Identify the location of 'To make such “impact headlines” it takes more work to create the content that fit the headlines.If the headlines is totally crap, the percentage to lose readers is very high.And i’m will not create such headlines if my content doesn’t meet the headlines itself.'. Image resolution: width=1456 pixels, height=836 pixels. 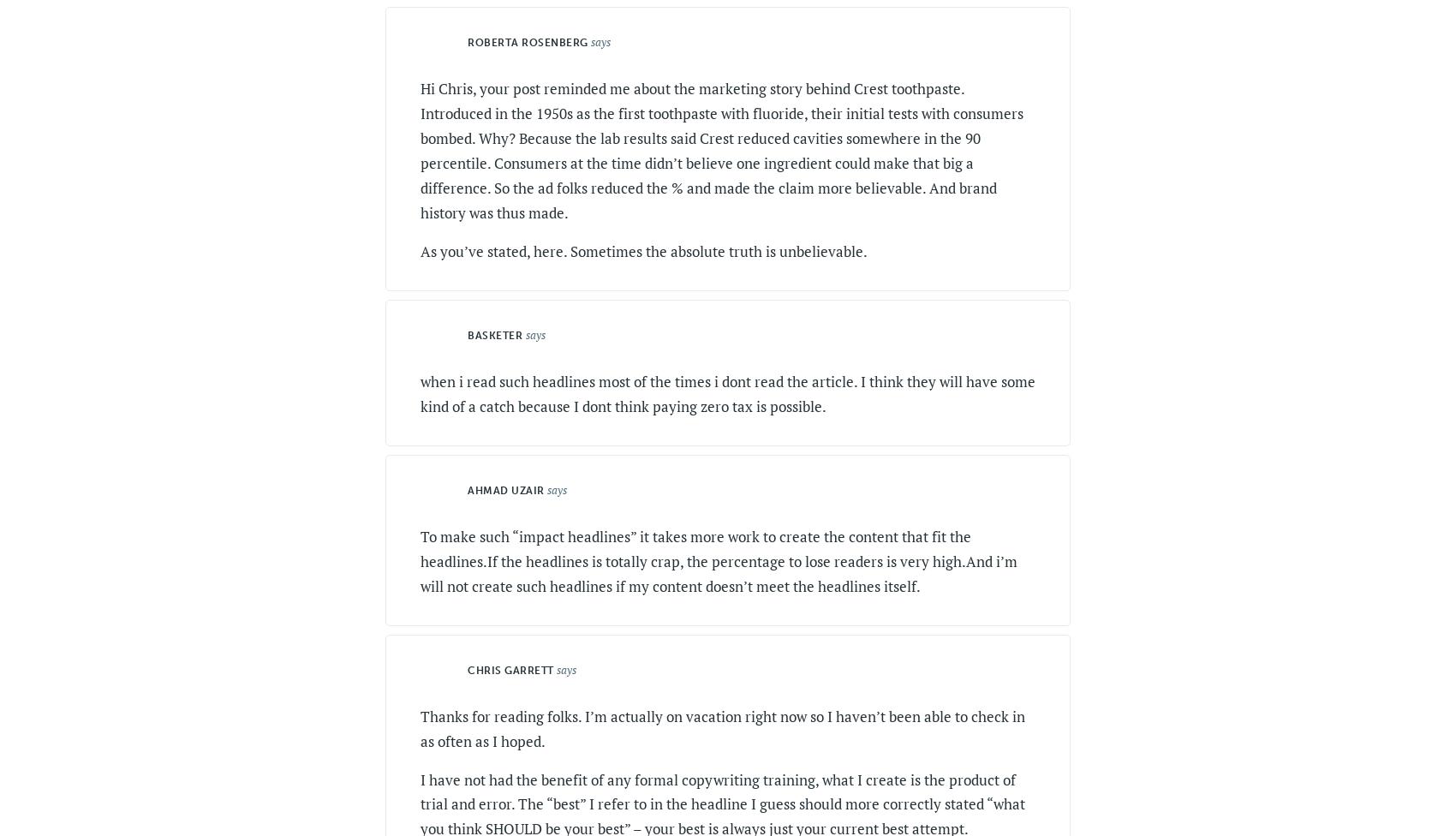
(718, 559).